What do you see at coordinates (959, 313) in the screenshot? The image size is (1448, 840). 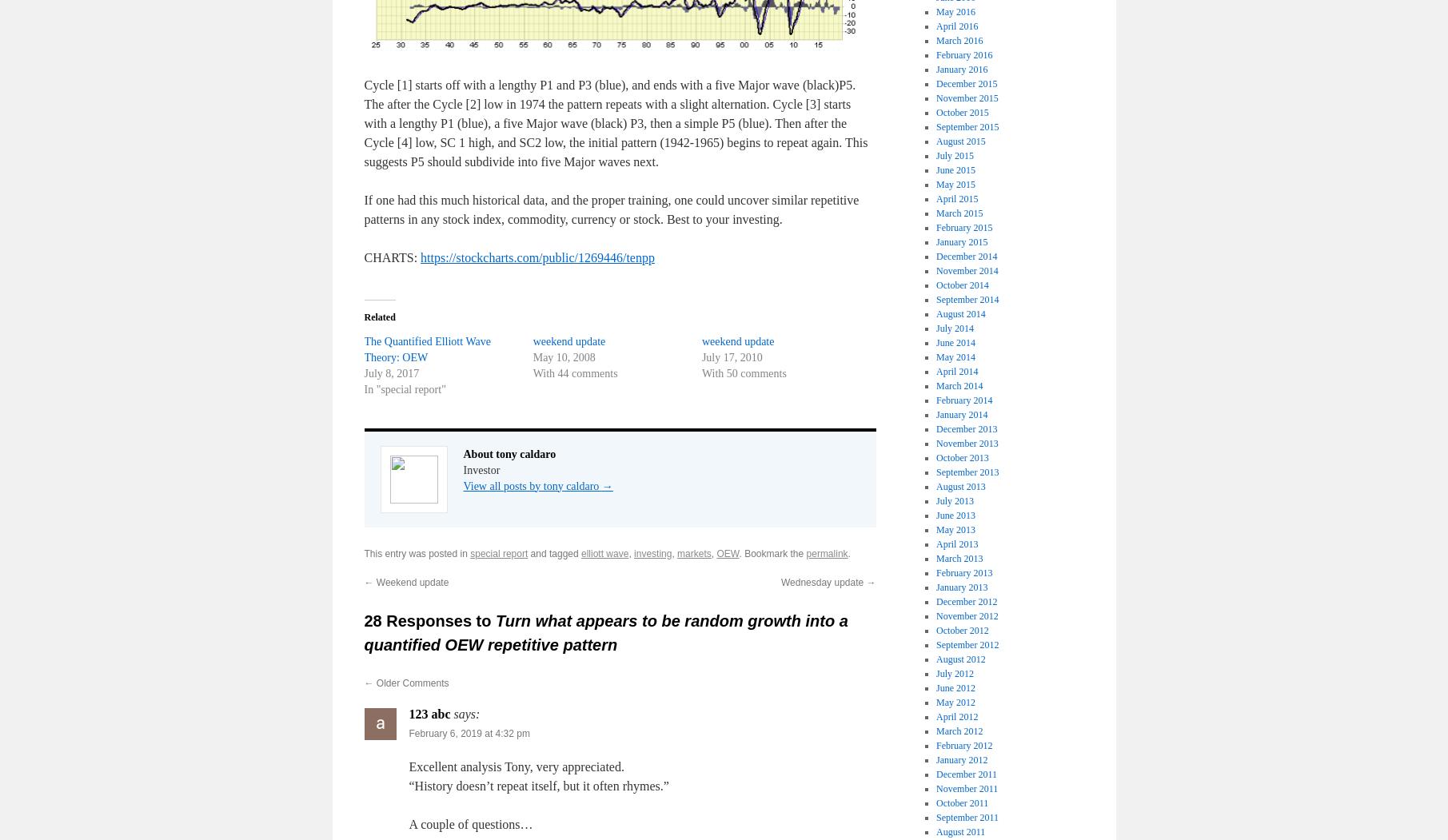 I see `'August 2014'` at bounding box center [959, 313].